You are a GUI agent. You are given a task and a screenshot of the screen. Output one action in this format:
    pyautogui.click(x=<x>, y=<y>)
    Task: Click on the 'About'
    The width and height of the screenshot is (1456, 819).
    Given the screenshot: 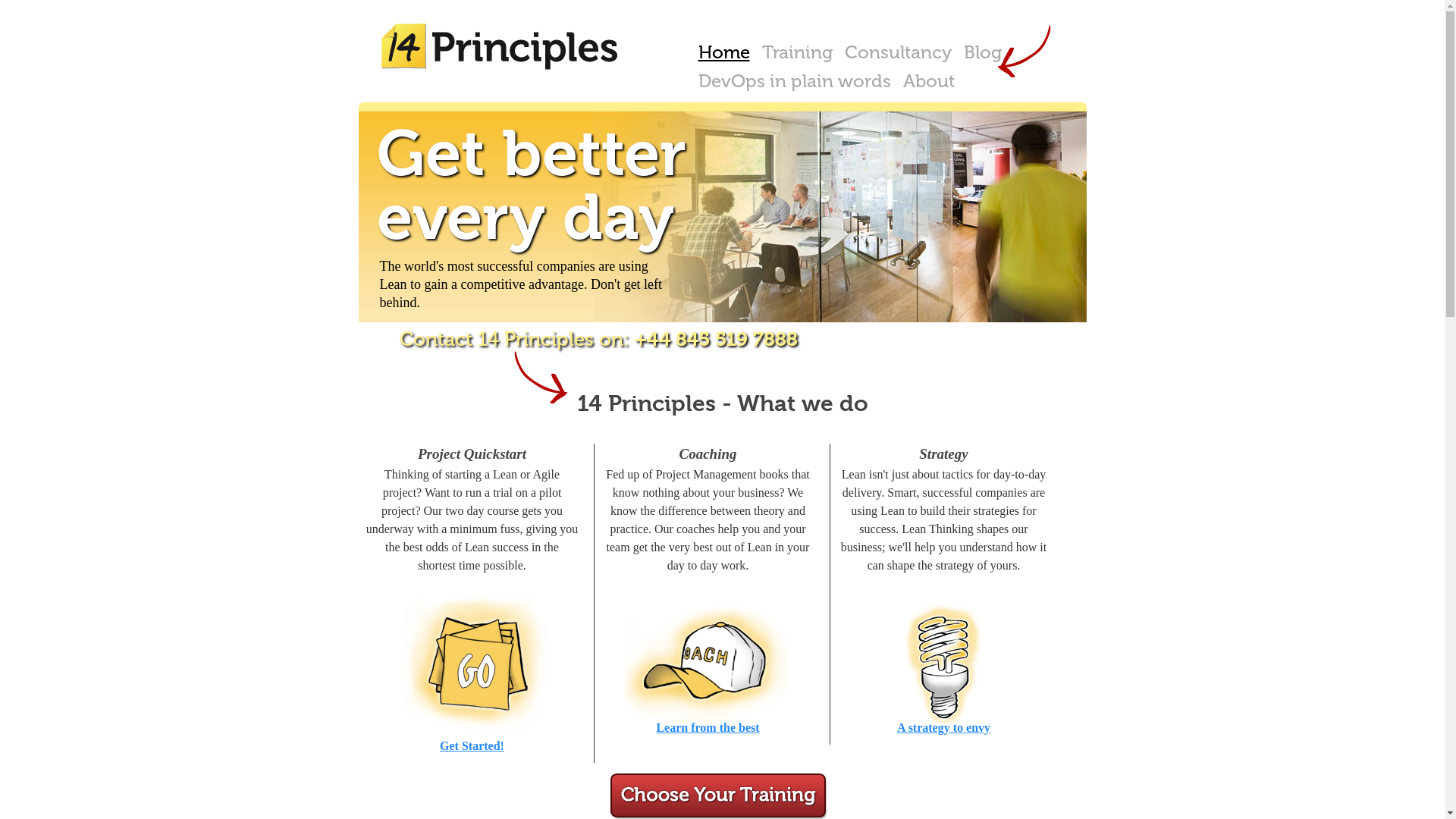 What is the action you would take?
    pyautogui.click(x=896, y=81)
    